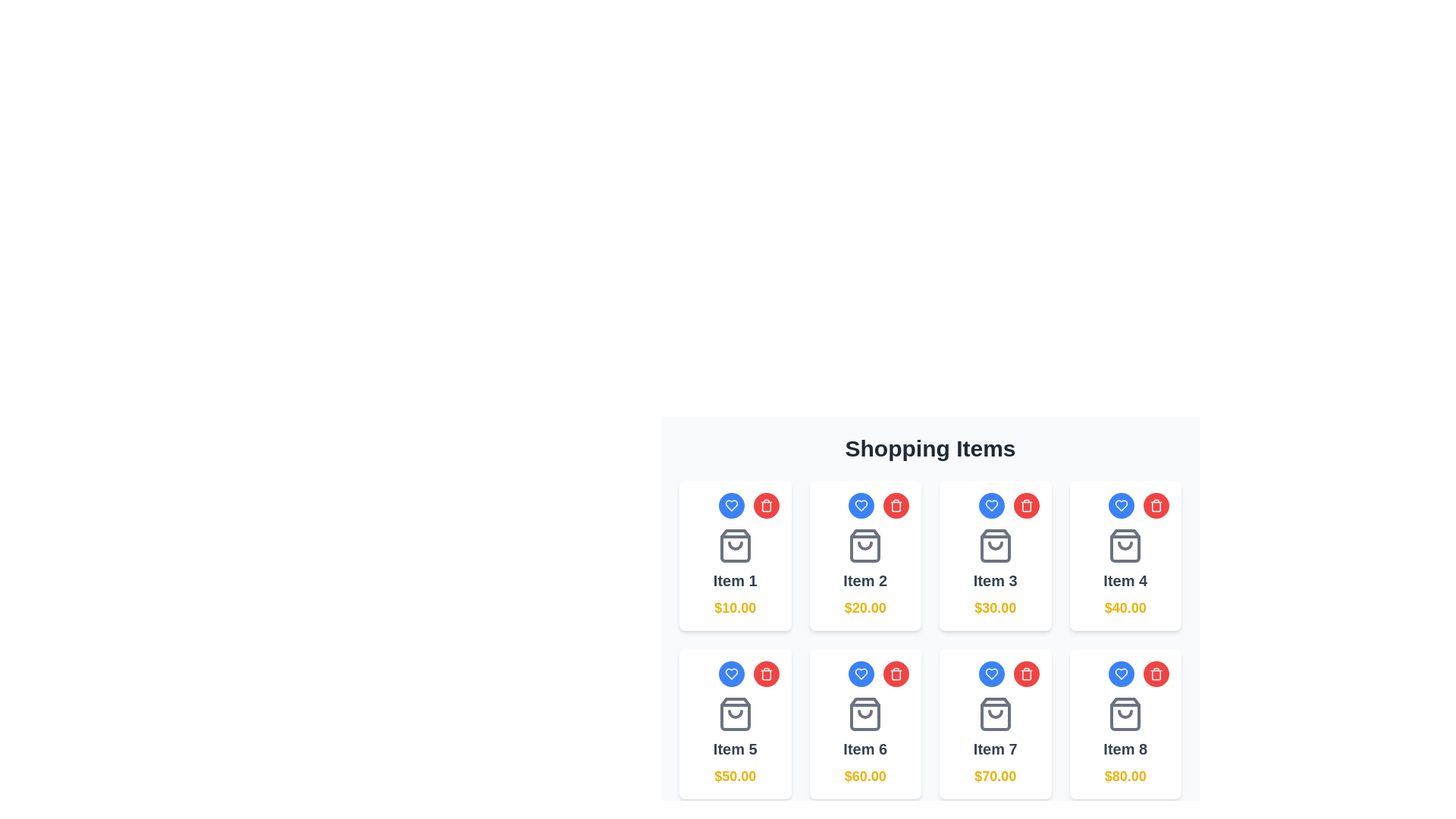 Image resolution: width=1456 pixels, height=819 pixels. Describe the element at coordinates (1156, 506) in the screenshot. I see `the trash bin icon button located in the top-right corner of the card for 'Item 4'` at that location.